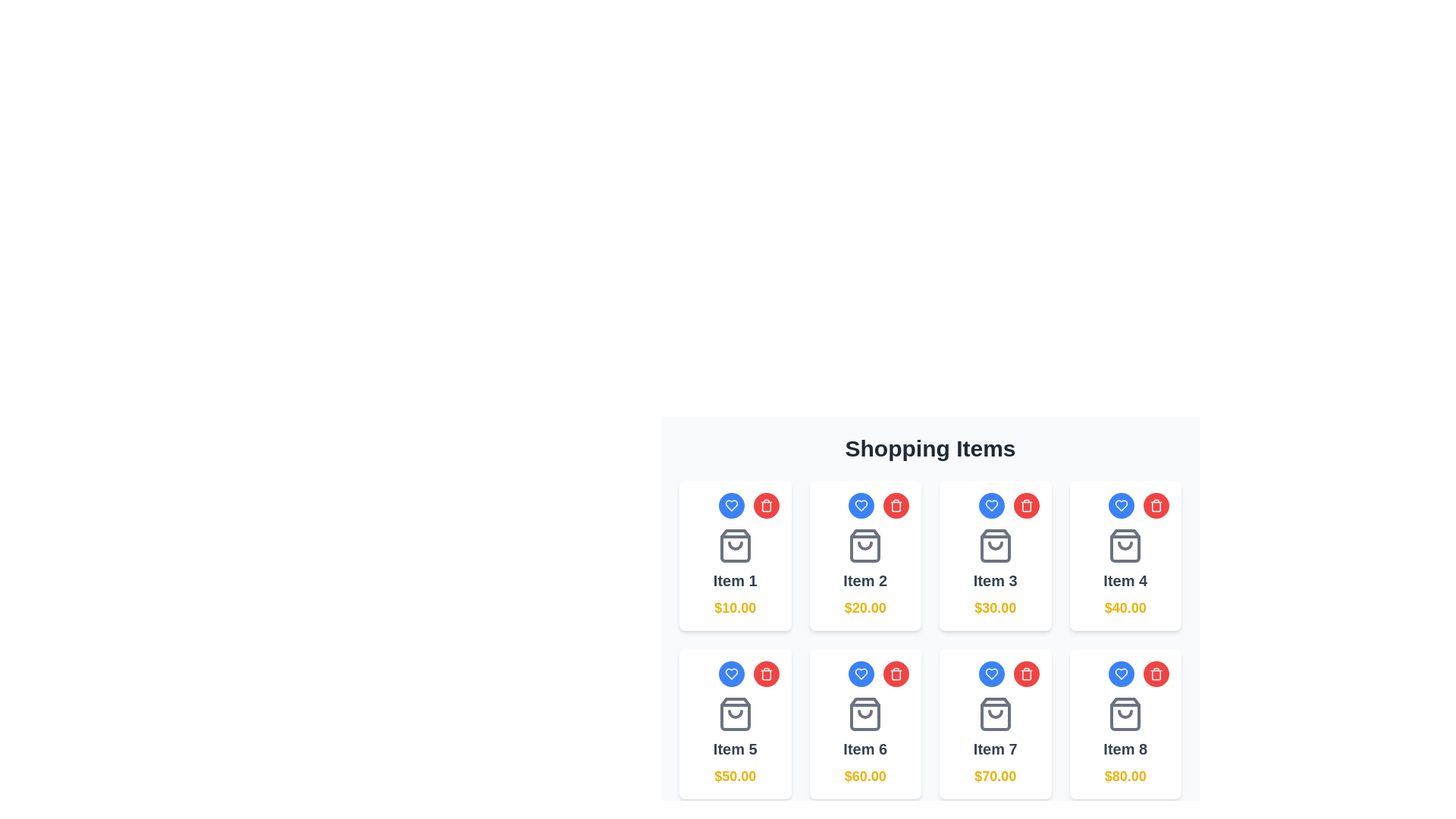 Image resolution: width=1456 pixels, height=819 pixels. Describe the element at coordinates (1156, 506) in the screenshot. I see `the trash bin icon button located in the top-right corner of the card for 'Item 4'` at that location.